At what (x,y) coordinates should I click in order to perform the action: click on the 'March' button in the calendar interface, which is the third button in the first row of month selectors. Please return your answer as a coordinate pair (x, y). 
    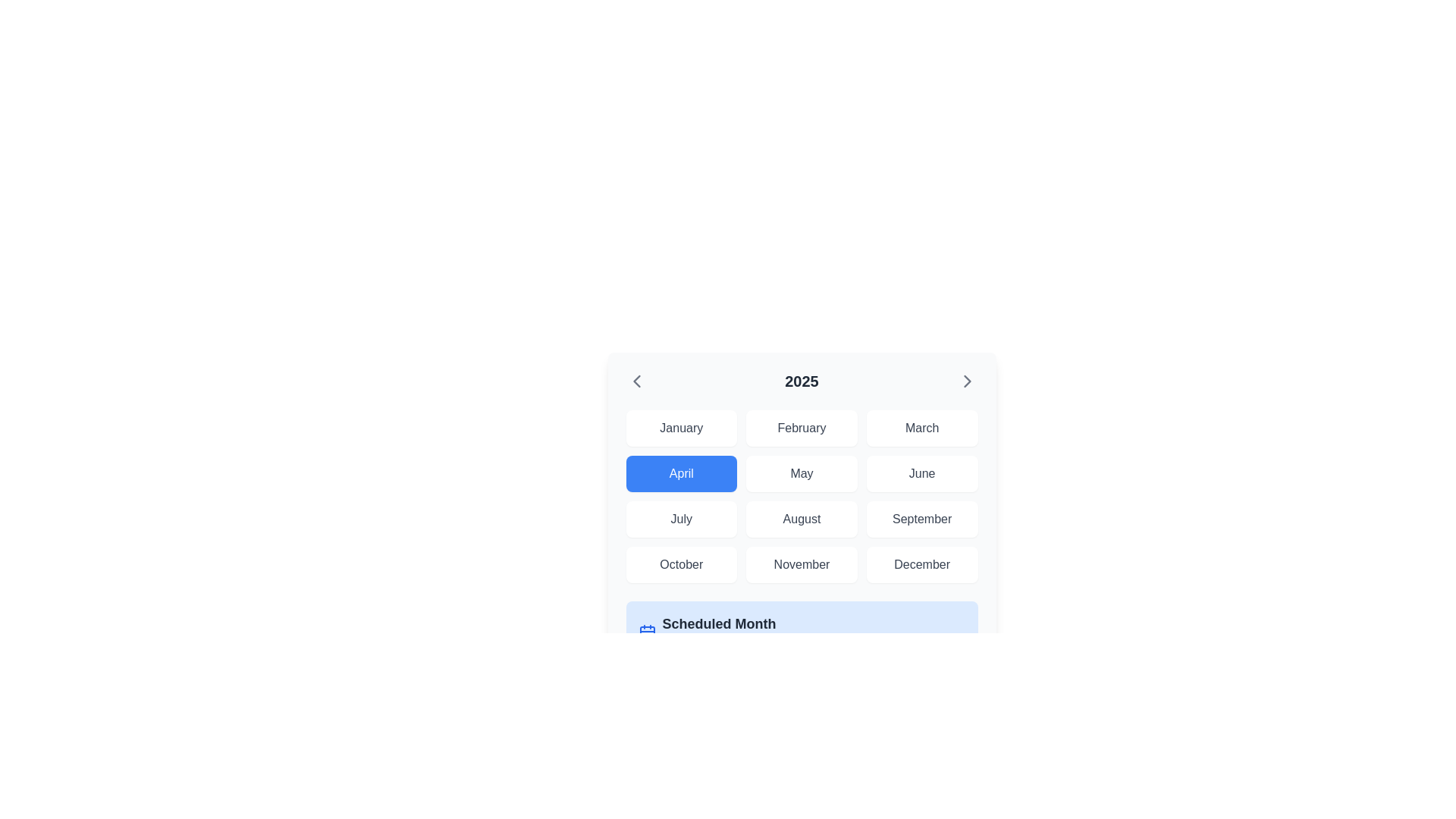
    Looking at the image, I should click on (921, 428).